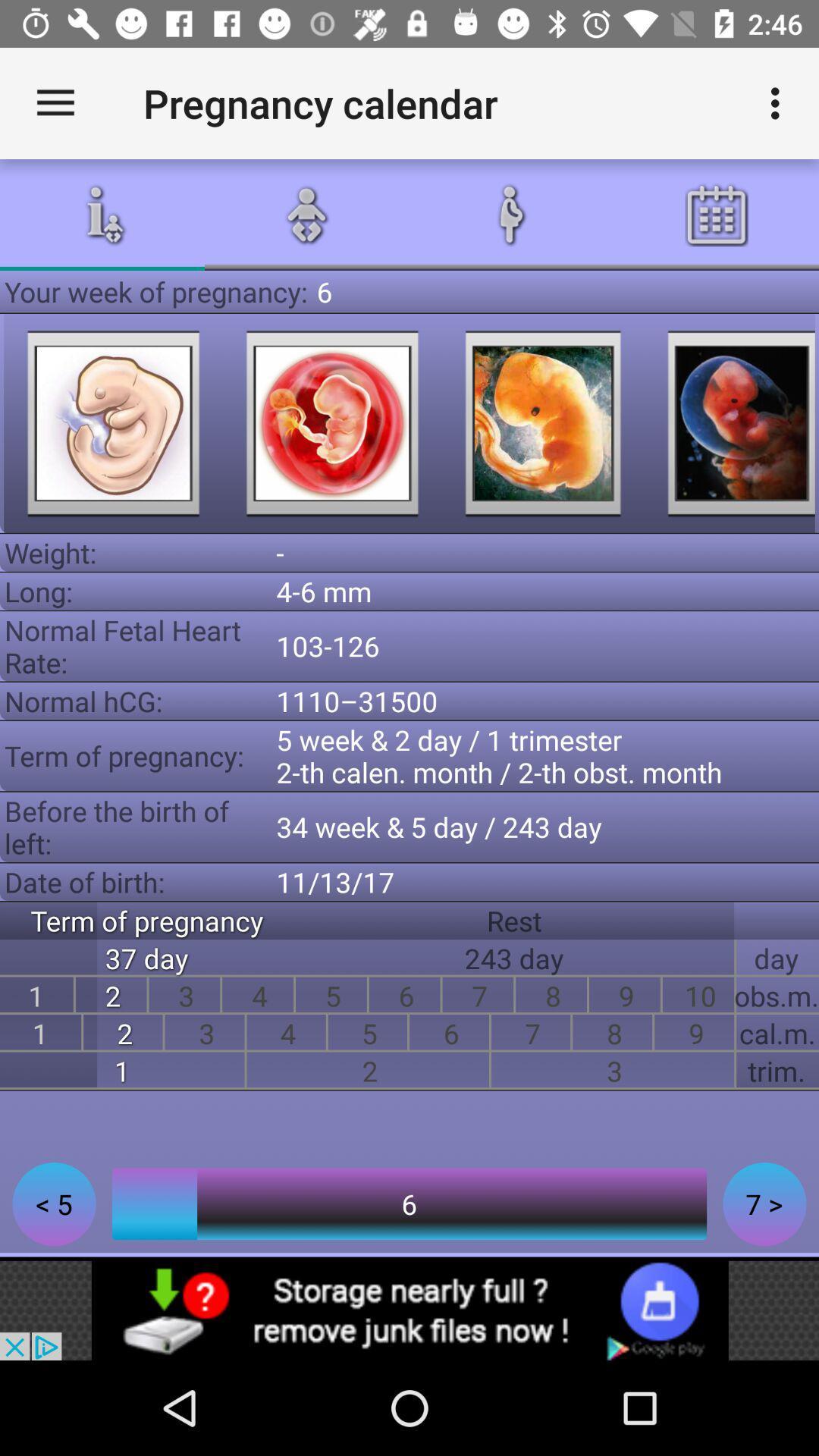 The height and width of the screenshot is (1456, 819). I want to click on screen page, so click(730, 423).